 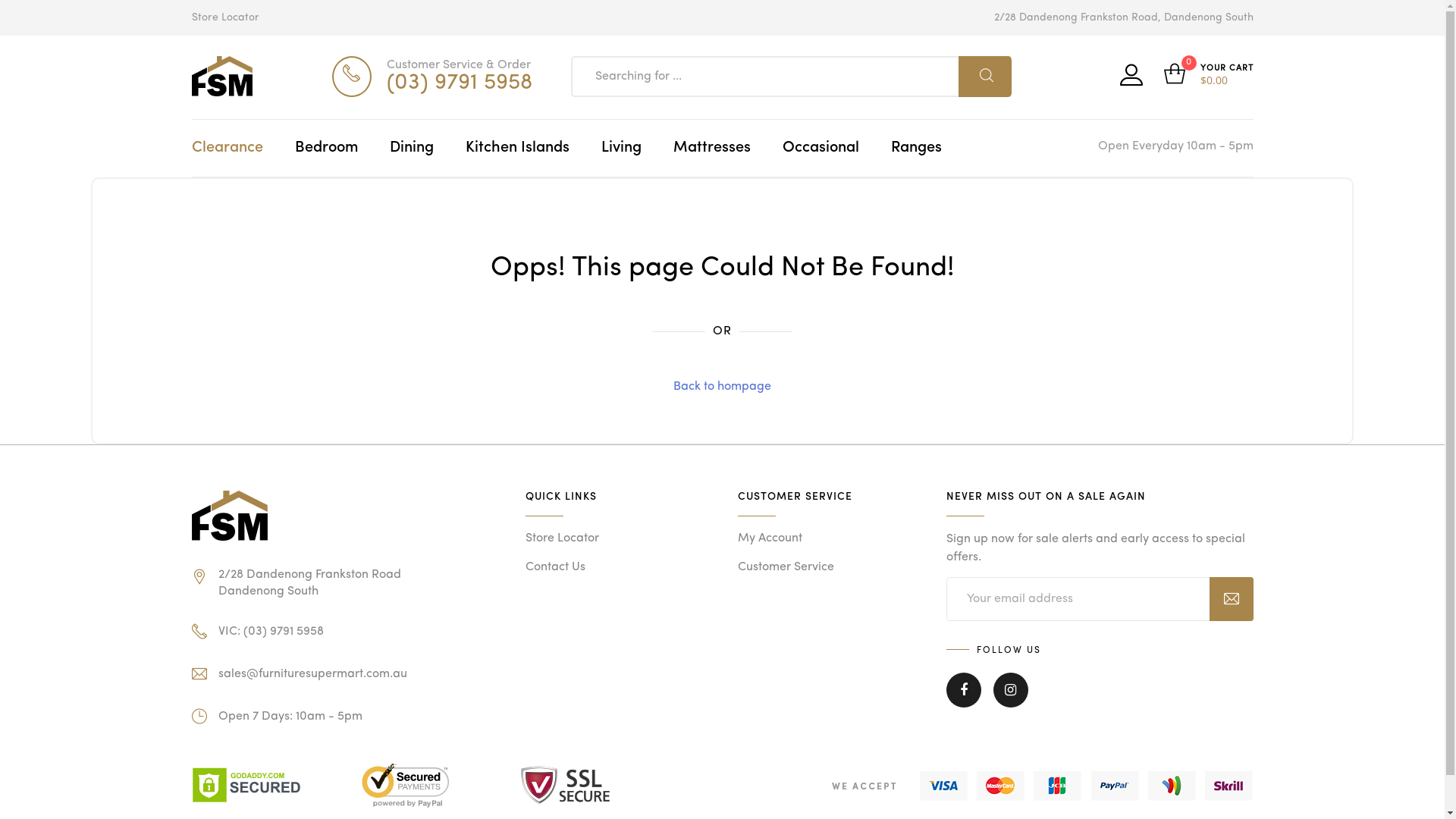 What do you see at coordinates (711, 148) in the screenshot?
I see `'Mattresses'` at bounding box center [711, 148].